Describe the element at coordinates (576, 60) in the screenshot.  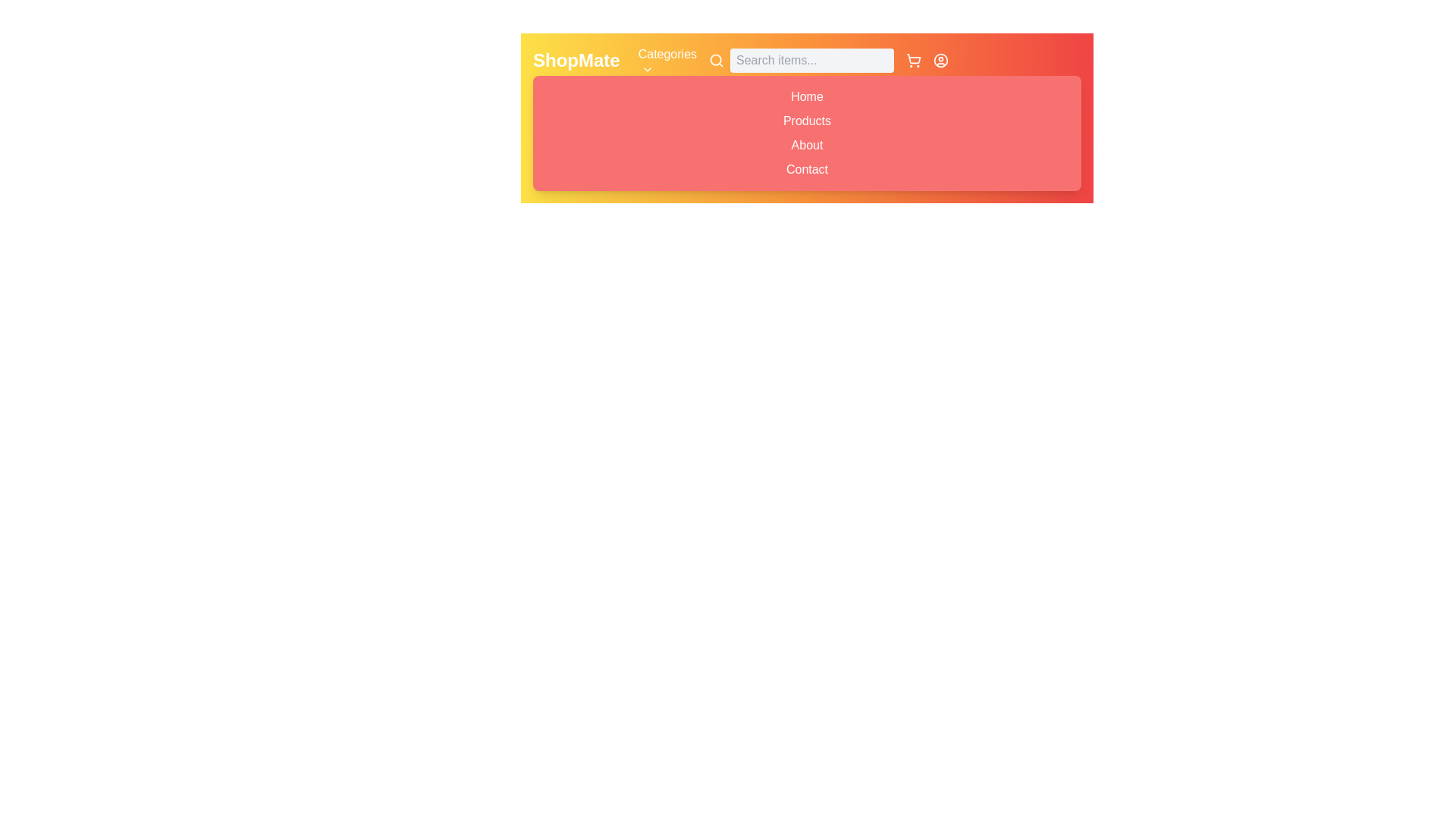
I see `the 'ShopMate' text label, which is styled in bold, large font and located on the left side of the top navigation bar` at that location.